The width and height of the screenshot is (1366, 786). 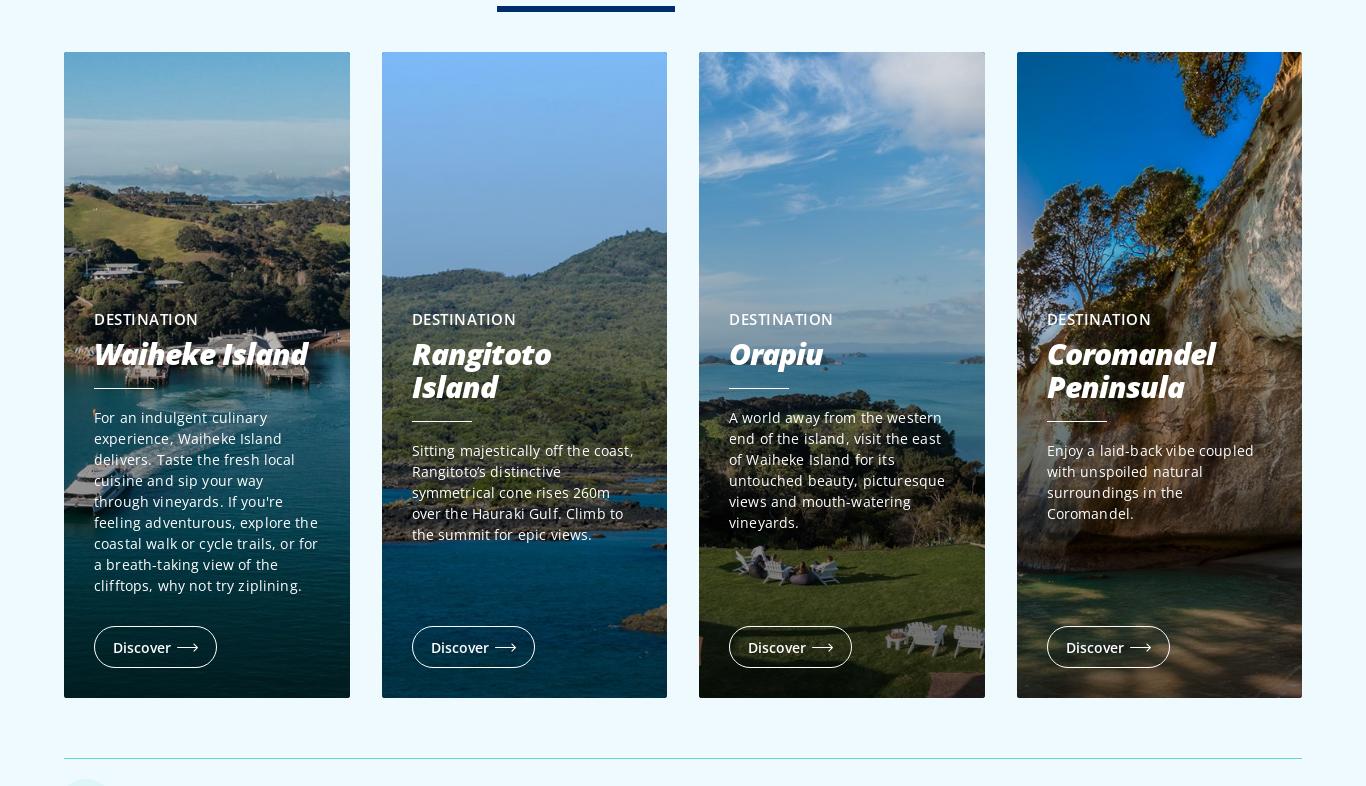 What do you see at coordinates (1044, 480) in the screenshot?
I see `'Enjoy a laid-back vibe coupled with unspoiled natural surroundings in the Coromandel.'` at bounding box center [1044, 480].